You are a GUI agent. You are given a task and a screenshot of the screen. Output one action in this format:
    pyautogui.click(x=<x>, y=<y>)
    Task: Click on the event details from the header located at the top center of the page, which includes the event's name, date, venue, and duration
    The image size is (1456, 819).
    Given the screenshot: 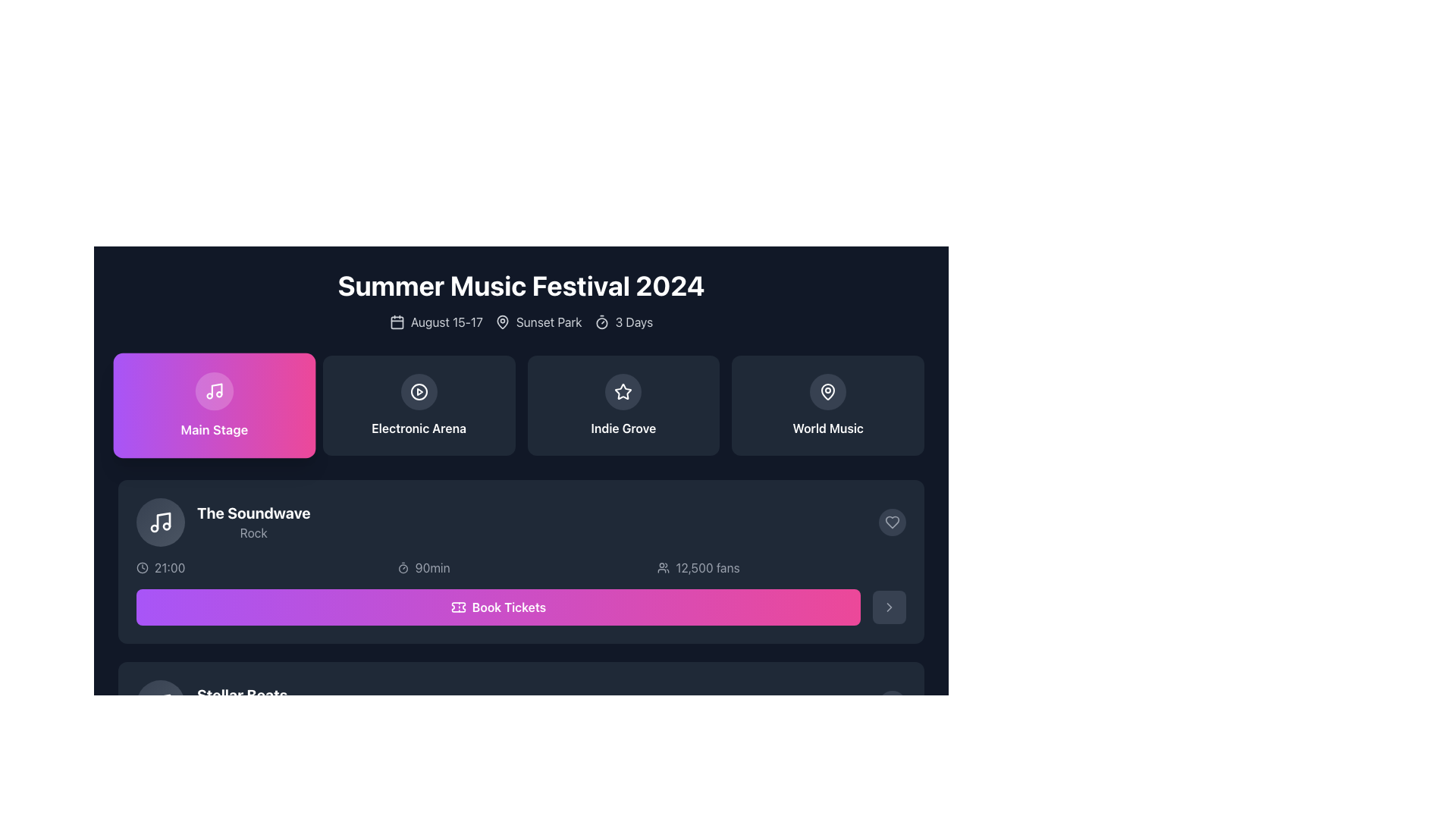 What is the action you would take?
    pyautogui.click(x=521, y=301)
    